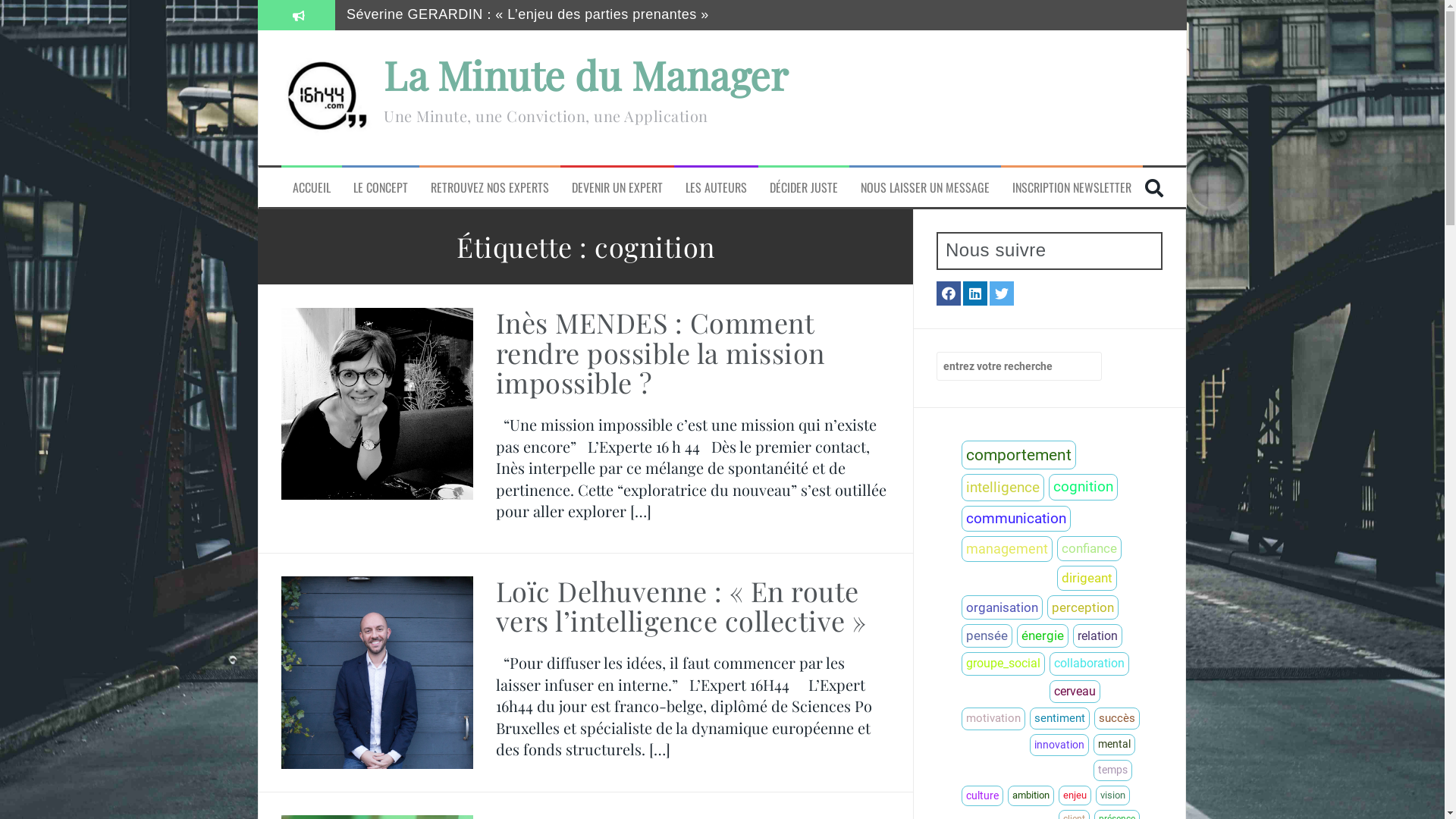  Describe the element at coordinates (1081, 607) in the screenshot. I see `'perception'` at that location.